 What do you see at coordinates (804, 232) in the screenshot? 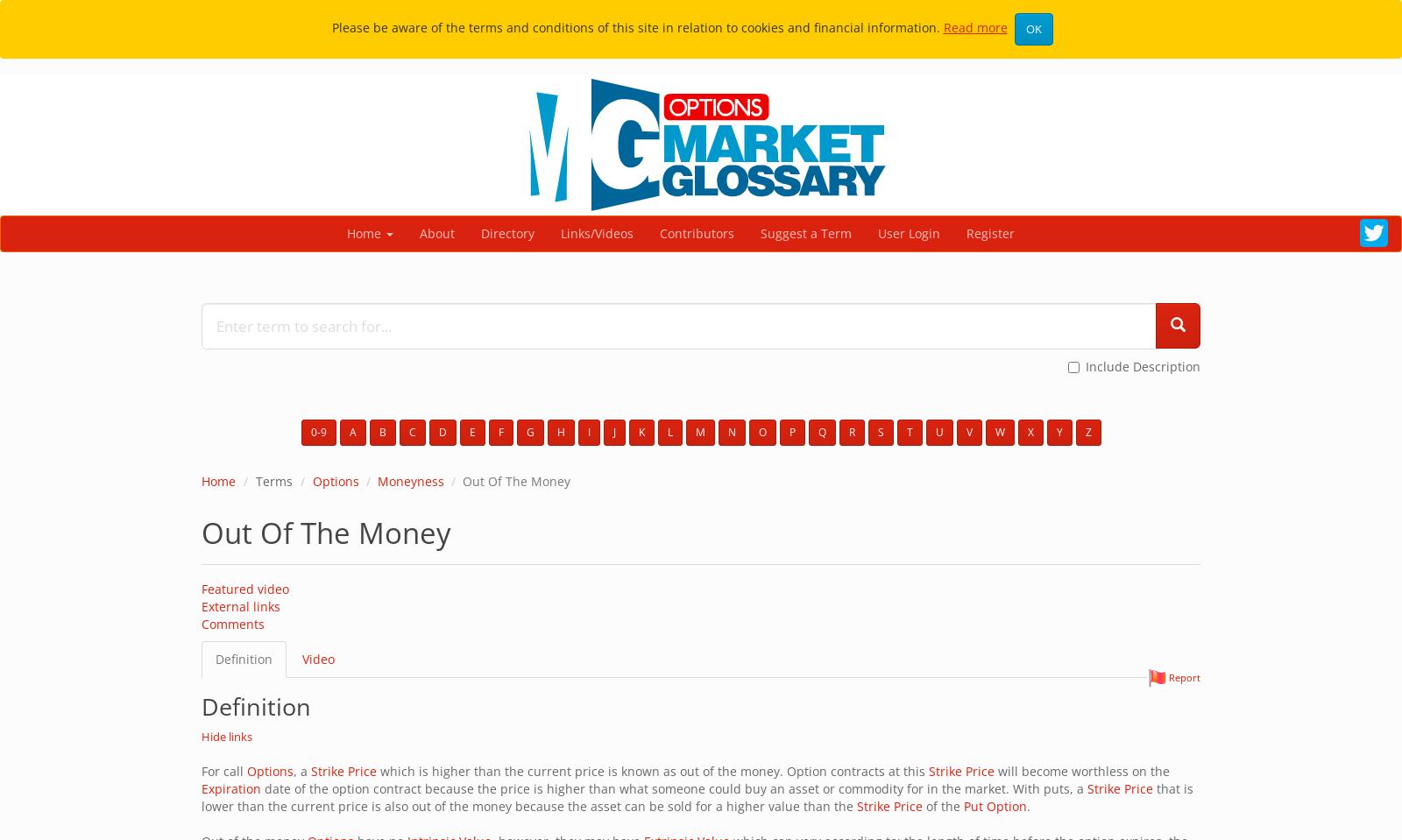
I see `'Suggest a Term'` at bounding box center [804, 232].